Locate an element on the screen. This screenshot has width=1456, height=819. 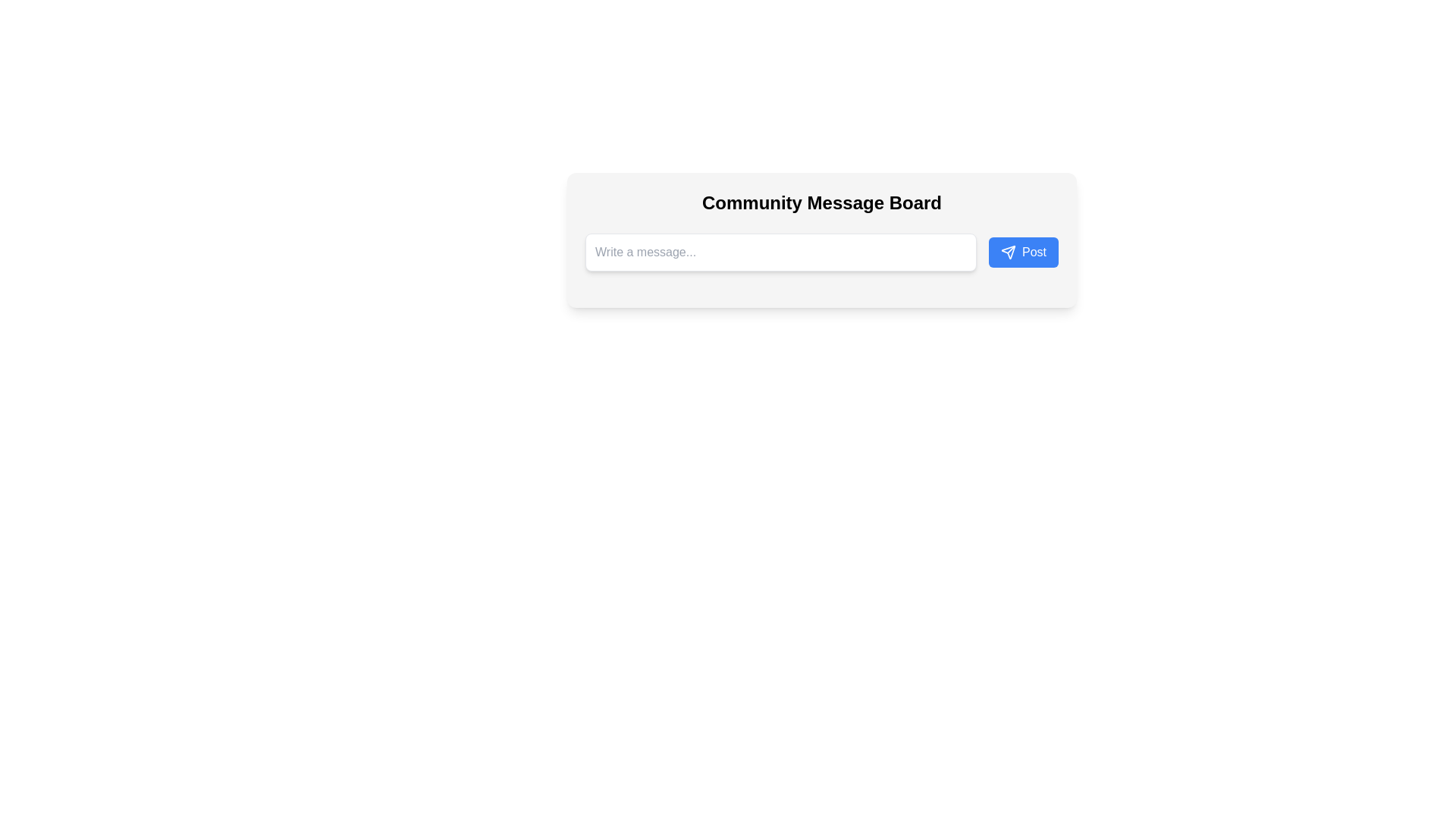
the large and bold header labeled 'Community Message Board', which is centrally placed in a light-colored background above the input field and the 'Post' button is located at coordinates (821, 202).